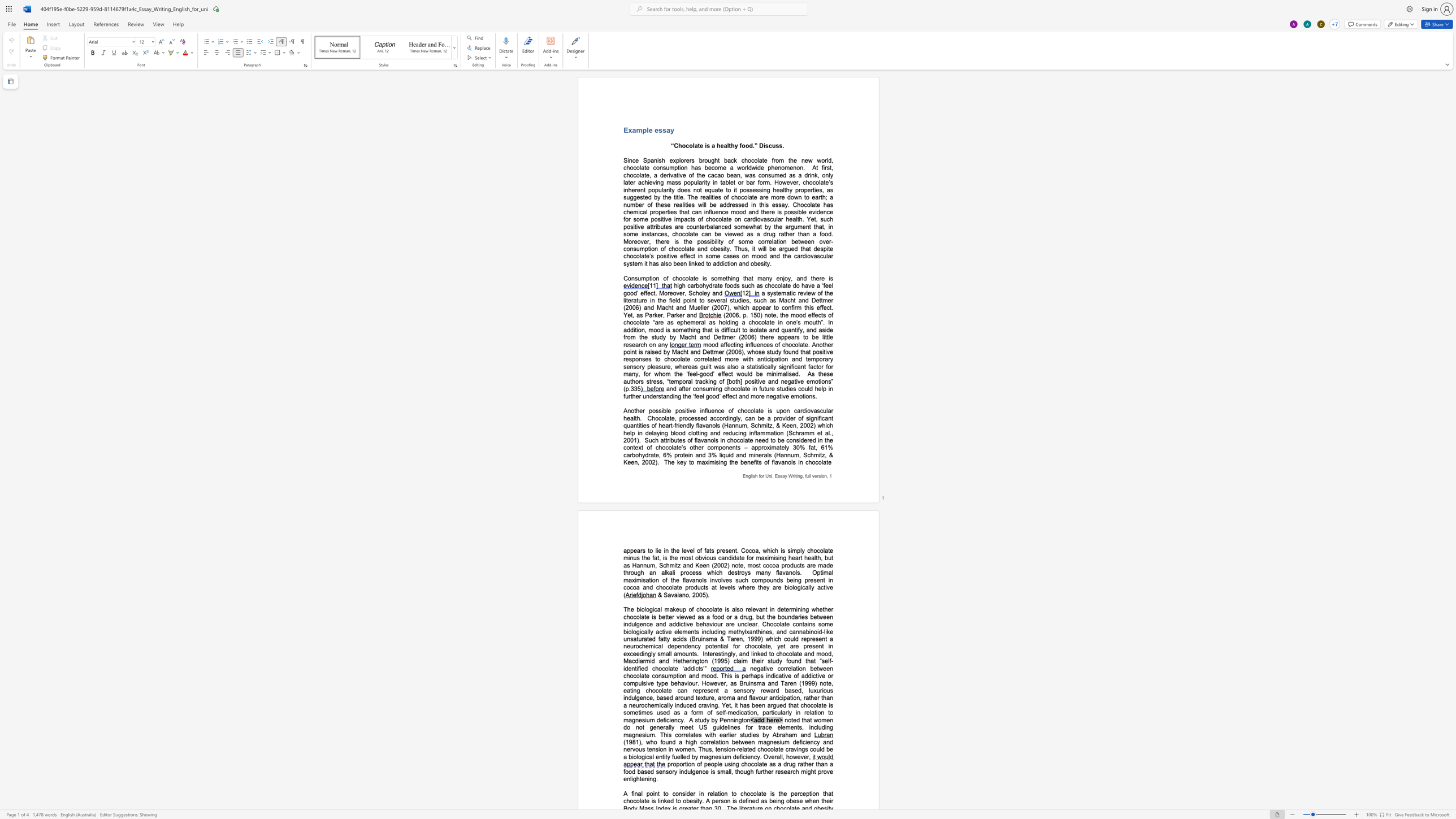 The width and height of the screenshot is (1456, 819). What do you see at coordinates (682, 594) in the screenshot?
I see `the space between the continuous character "a" and "n" in the text` at bounding box center [682, 594].